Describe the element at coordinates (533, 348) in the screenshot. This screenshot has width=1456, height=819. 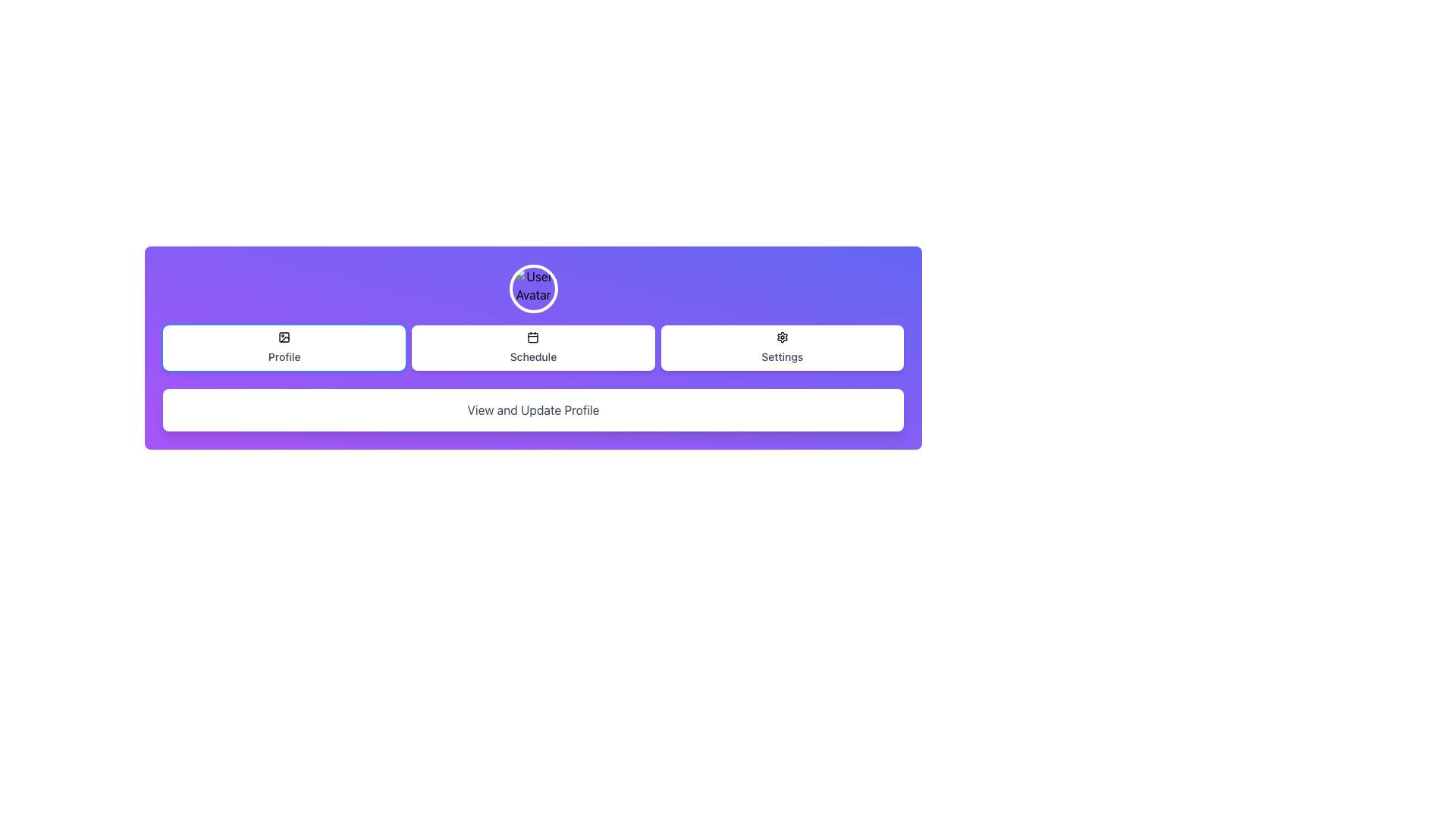
I see `the scheduling button located in the horizontal grid layout between the 'Profile' button and the 'Settings' button` at that location.